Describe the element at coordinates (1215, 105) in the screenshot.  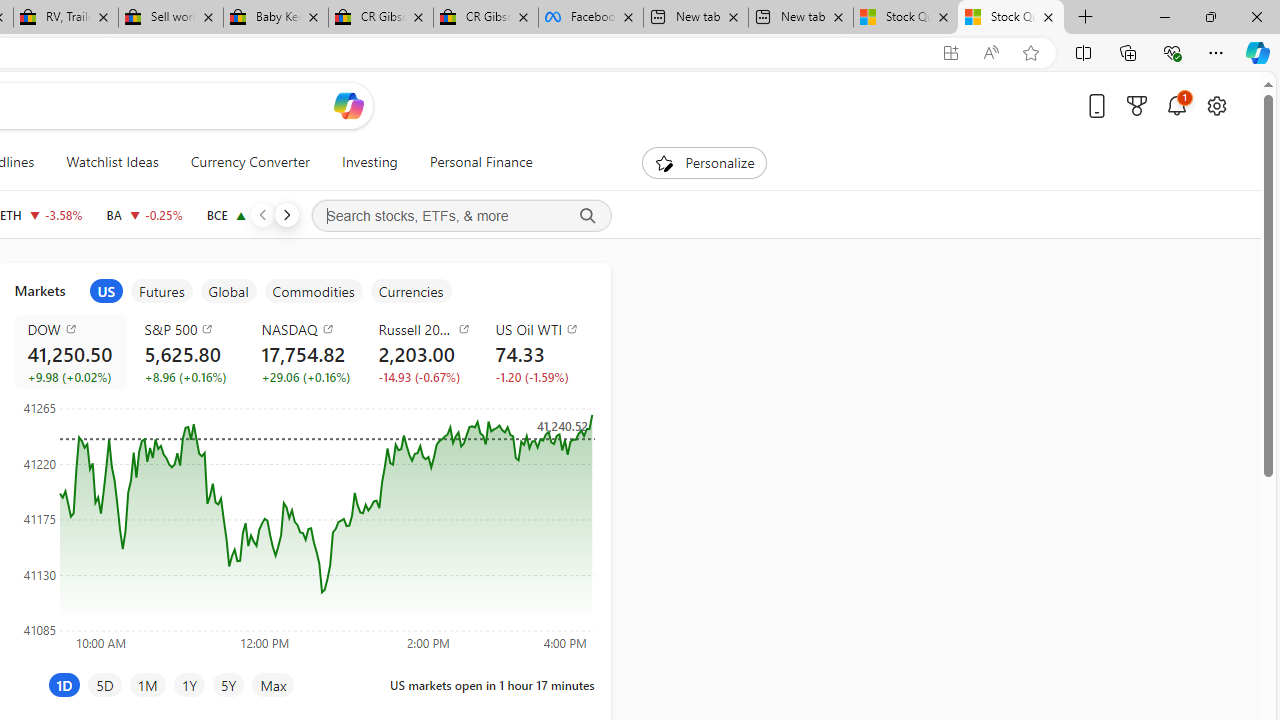
I see `'Open settings'` at that location.